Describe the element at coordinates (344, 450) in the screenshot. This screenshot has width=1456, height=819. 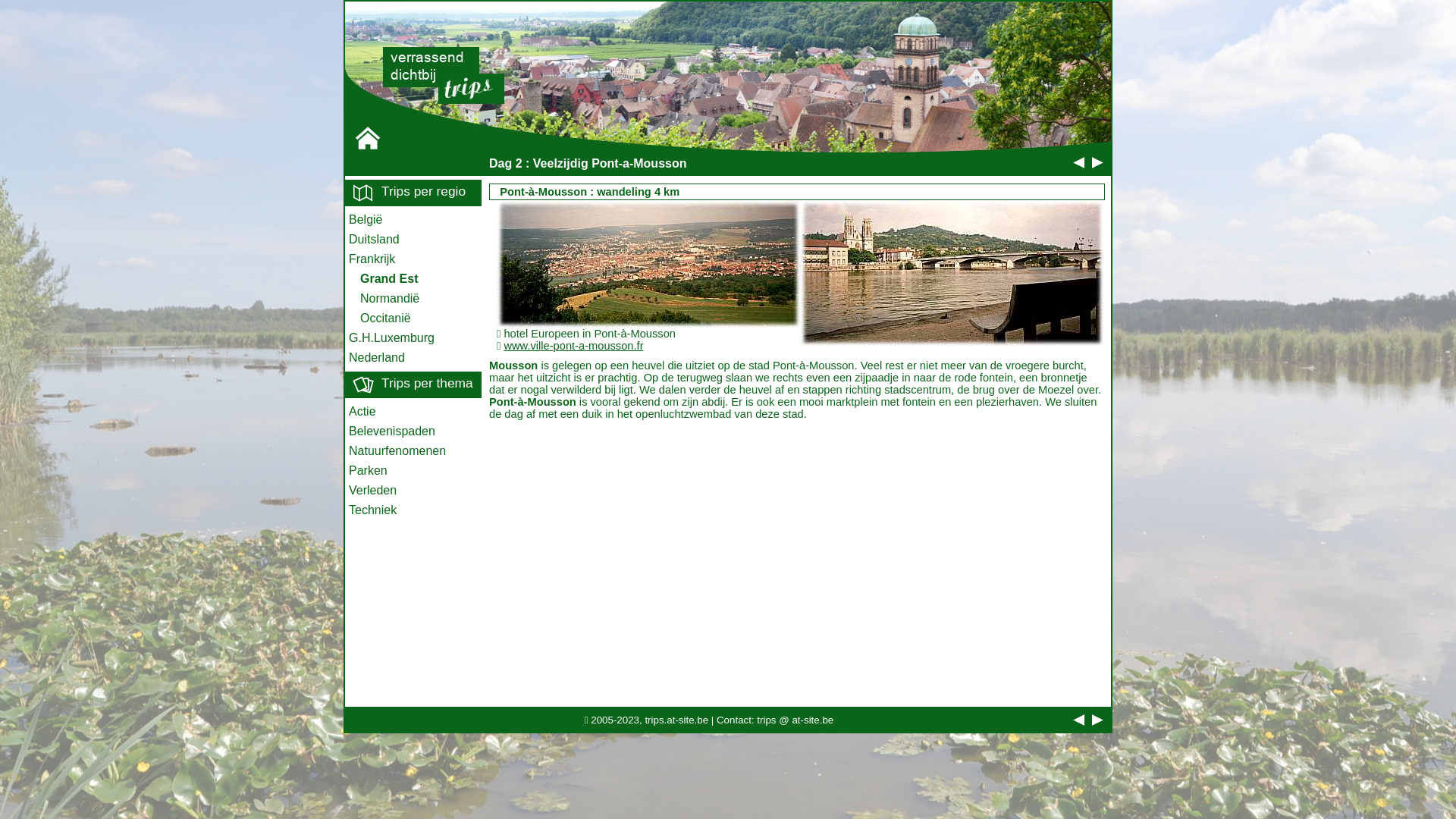
I see `'Natuurfenomenen'` at that location.